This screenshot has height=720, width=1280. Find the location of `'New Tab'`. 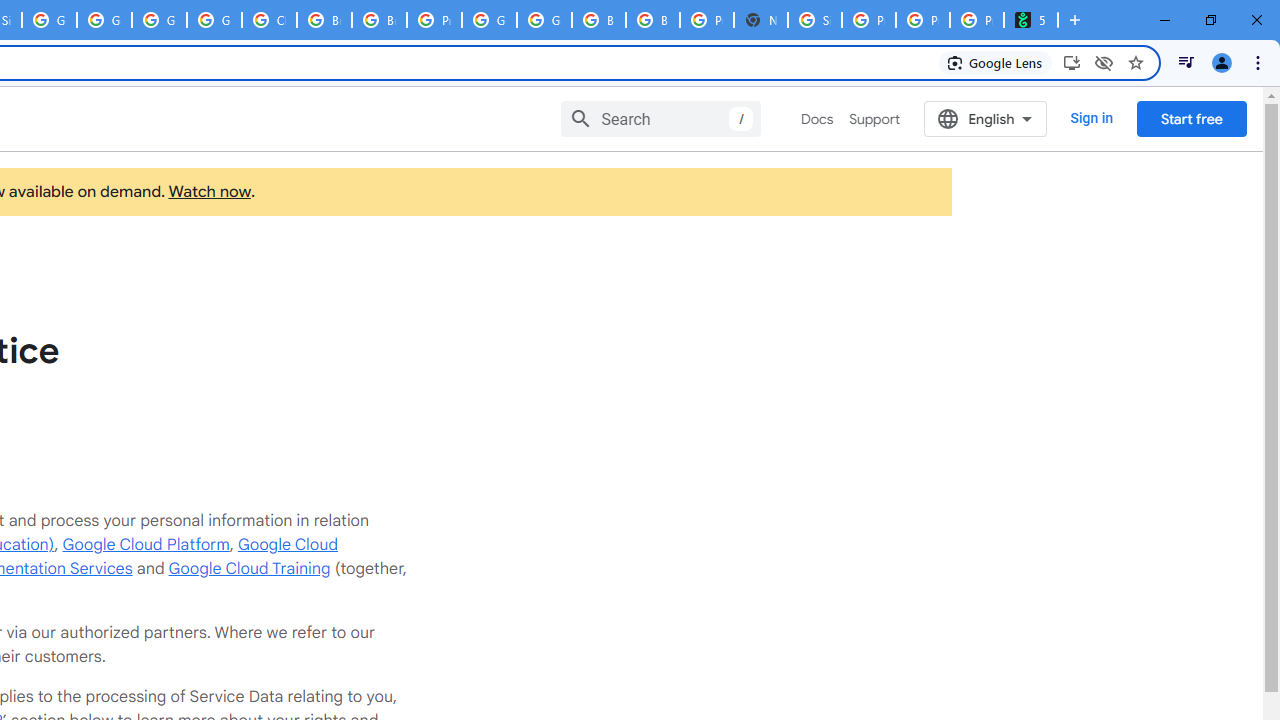

'New Tab' is located at coordinates (759, 20).